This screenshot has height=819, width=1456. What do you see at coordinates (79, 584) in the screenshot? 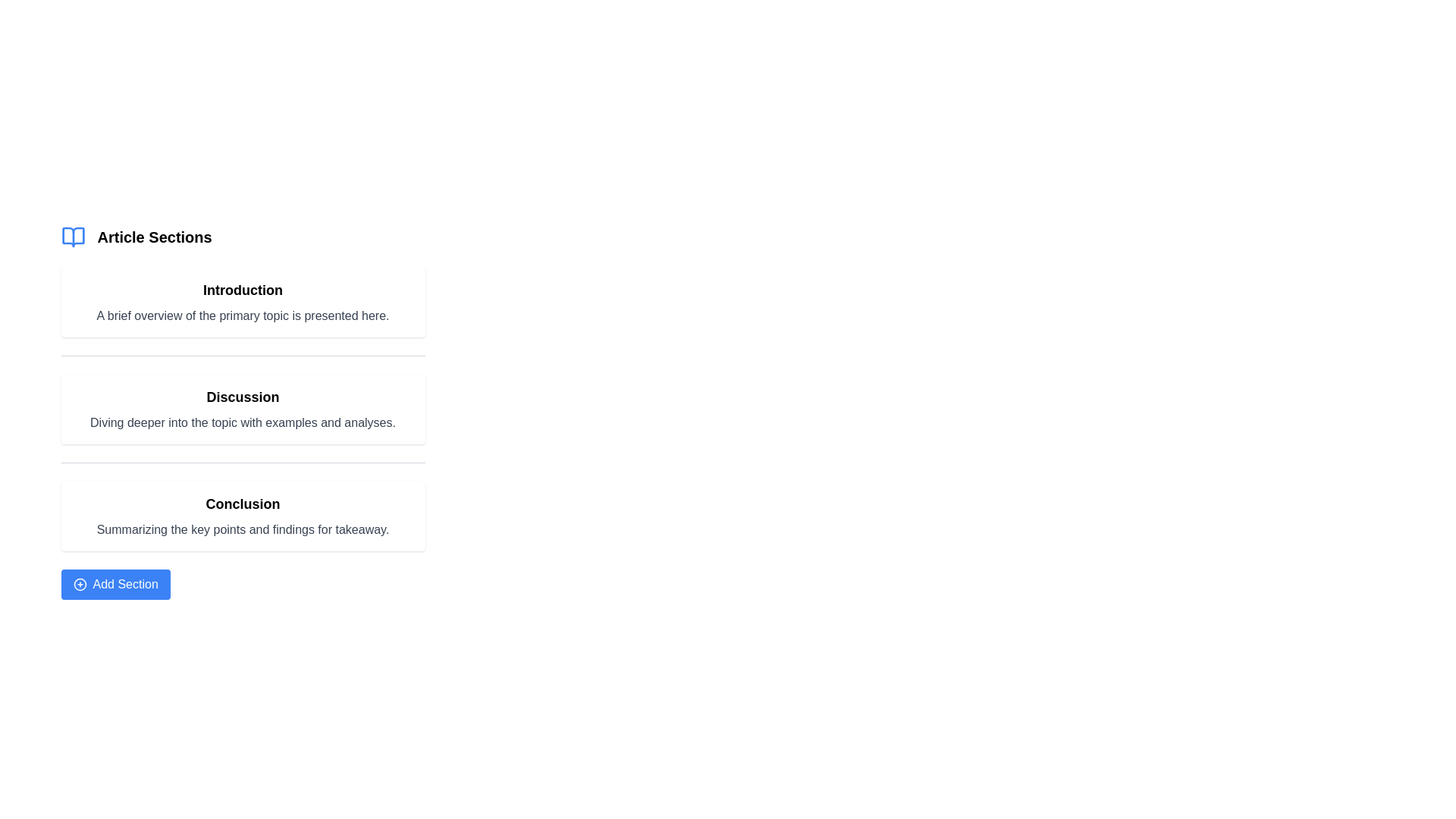
I see `circular shape within the 'circle-plus' SVG icon located towards the bottom left of the interface, adjacent to the 'Add Section' button for debugging purposes` at bounding box center [79, 584].